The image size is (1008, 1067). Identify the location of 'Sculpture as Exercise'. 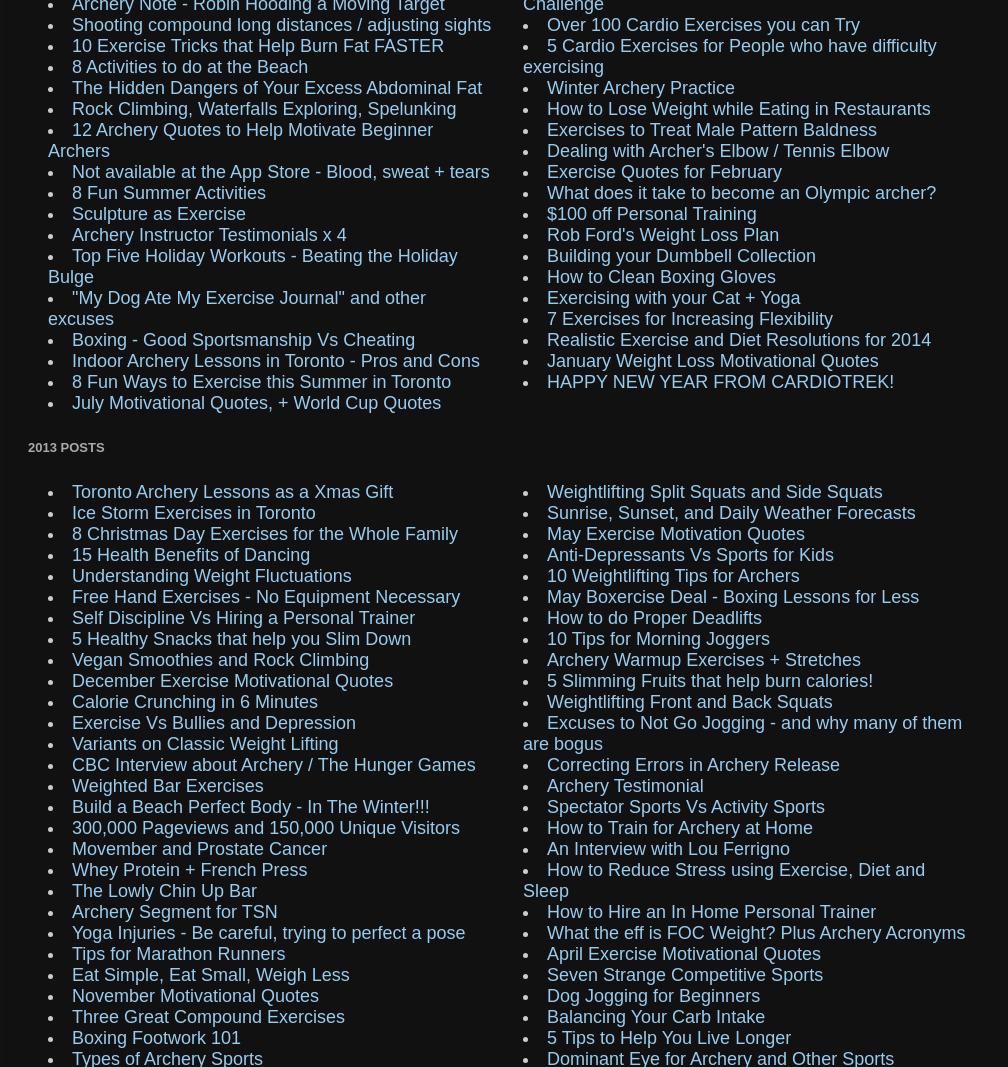
(158, 212).